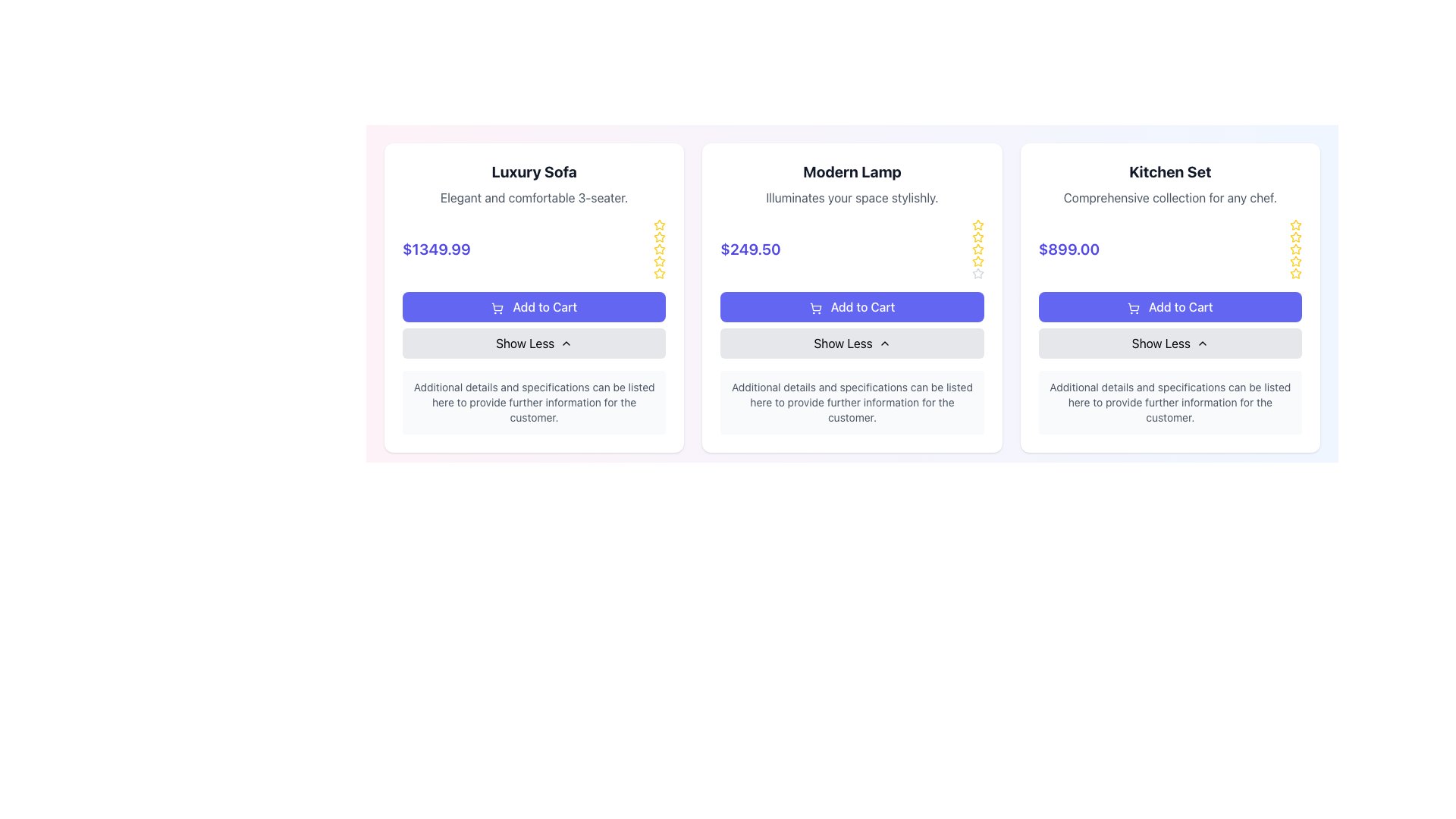  What do you see at coordinates (977, 260) in the screenshot?
I see `the fourth star icon in the rating section of the 'Modern Lamp' product card` at bounding box center [977, 260].